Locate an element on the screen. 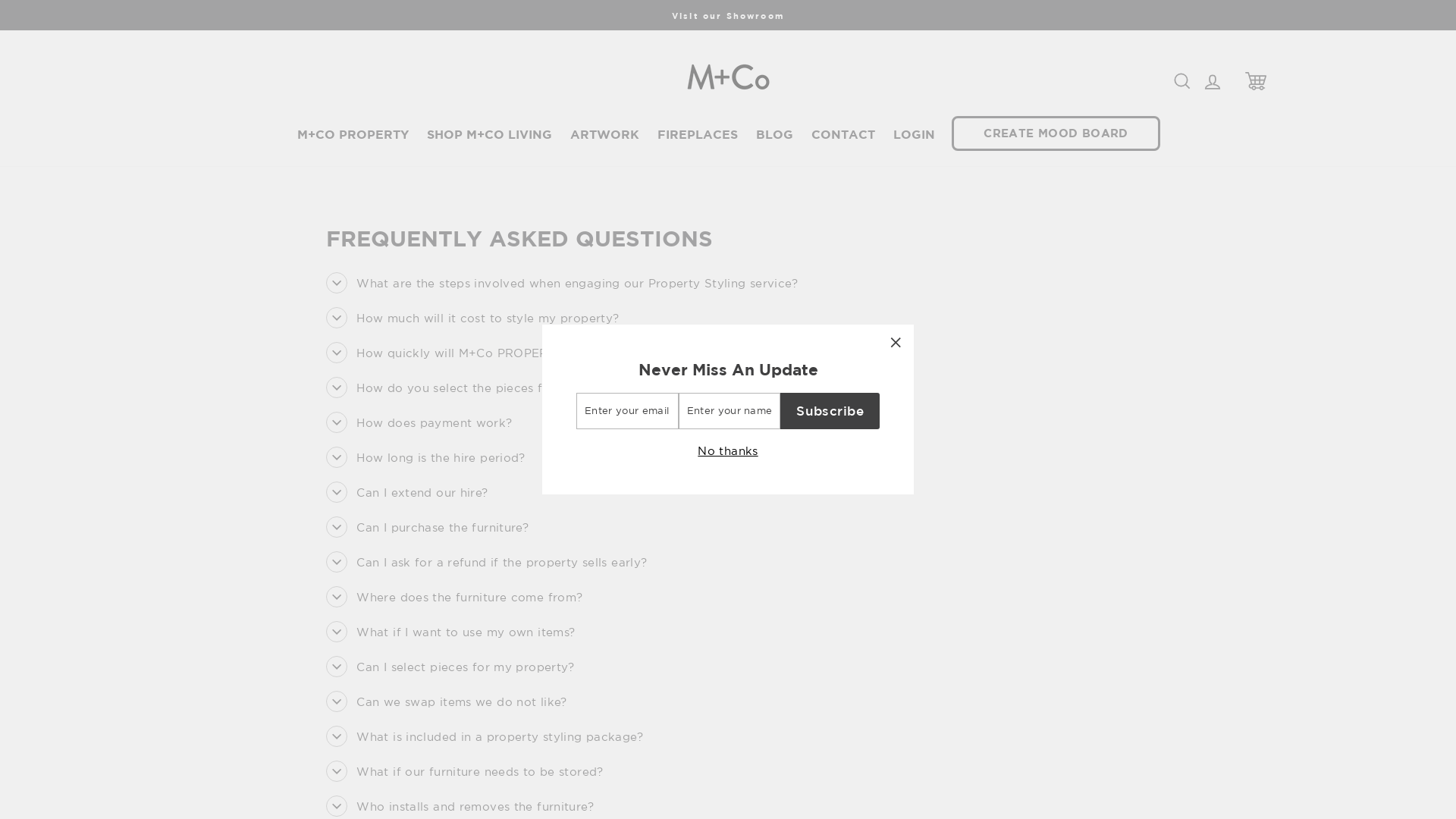 Image resolution: width=1456 pixels, height=819 pixels. 'LOGIN' is located at coordinates (913, 133).